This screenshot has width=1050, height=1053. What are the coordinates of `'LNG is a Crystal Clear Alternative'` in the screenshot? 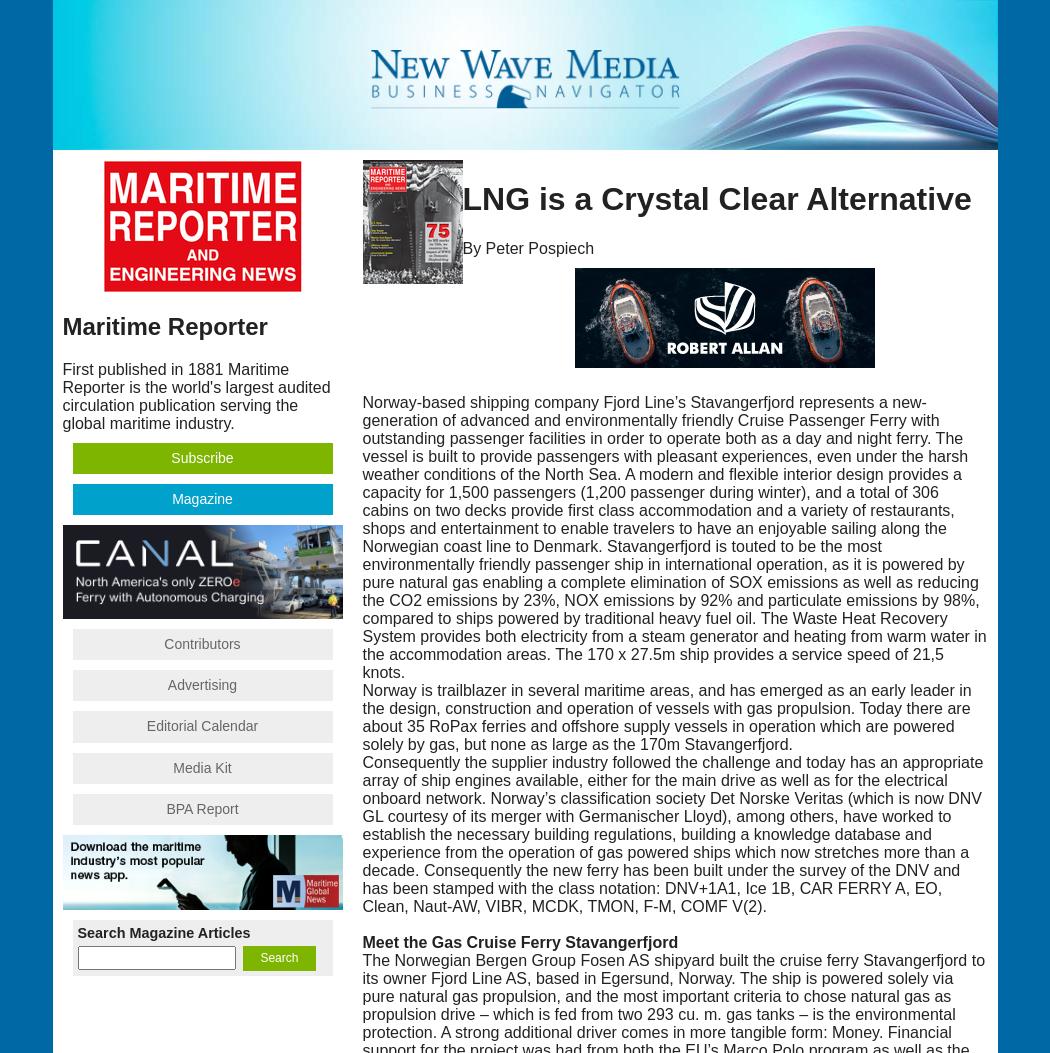 It's located at (462, 199).